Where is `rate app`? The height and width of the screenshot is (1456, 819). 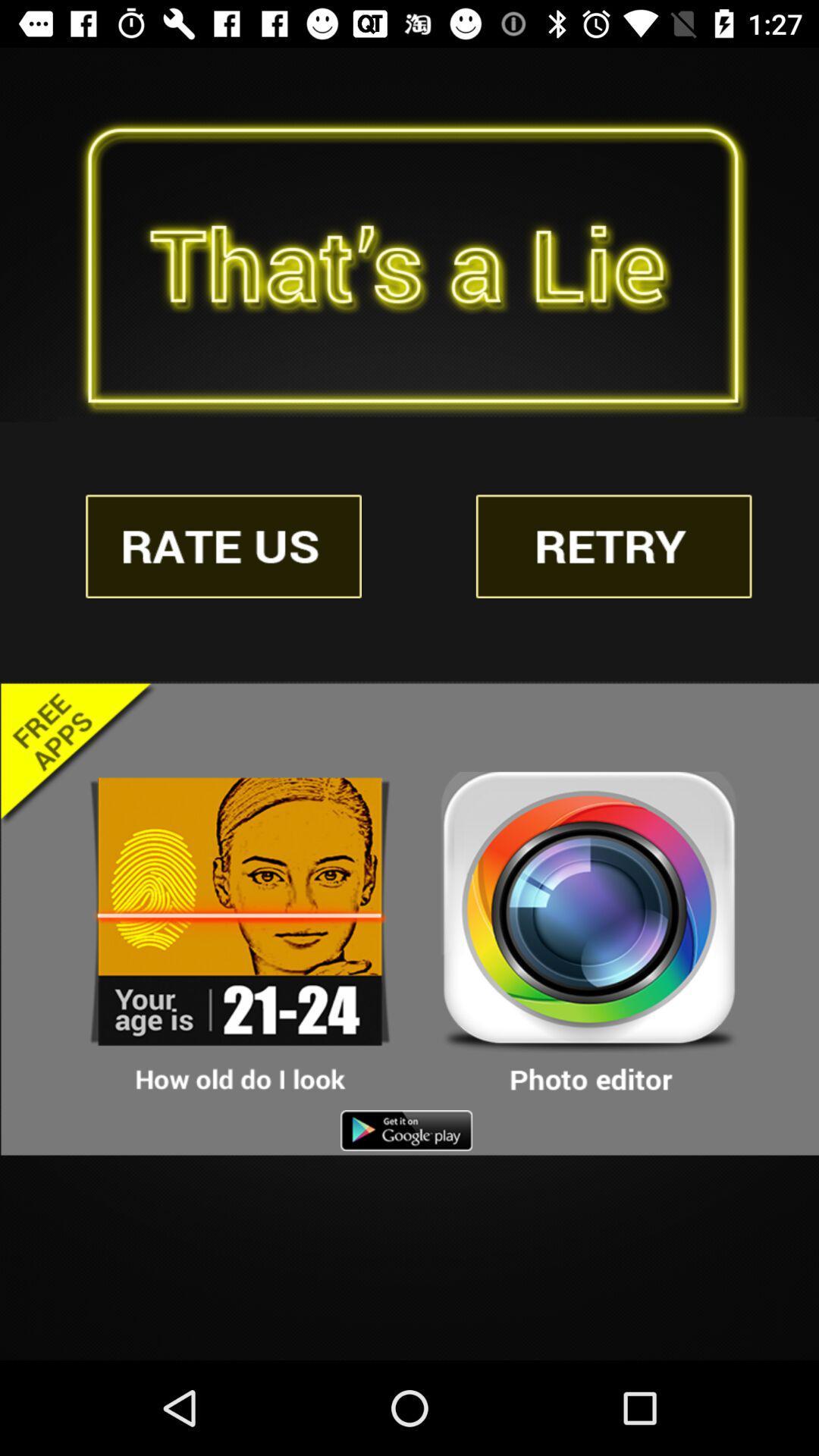
rate app is located at coordinates (224, 546).